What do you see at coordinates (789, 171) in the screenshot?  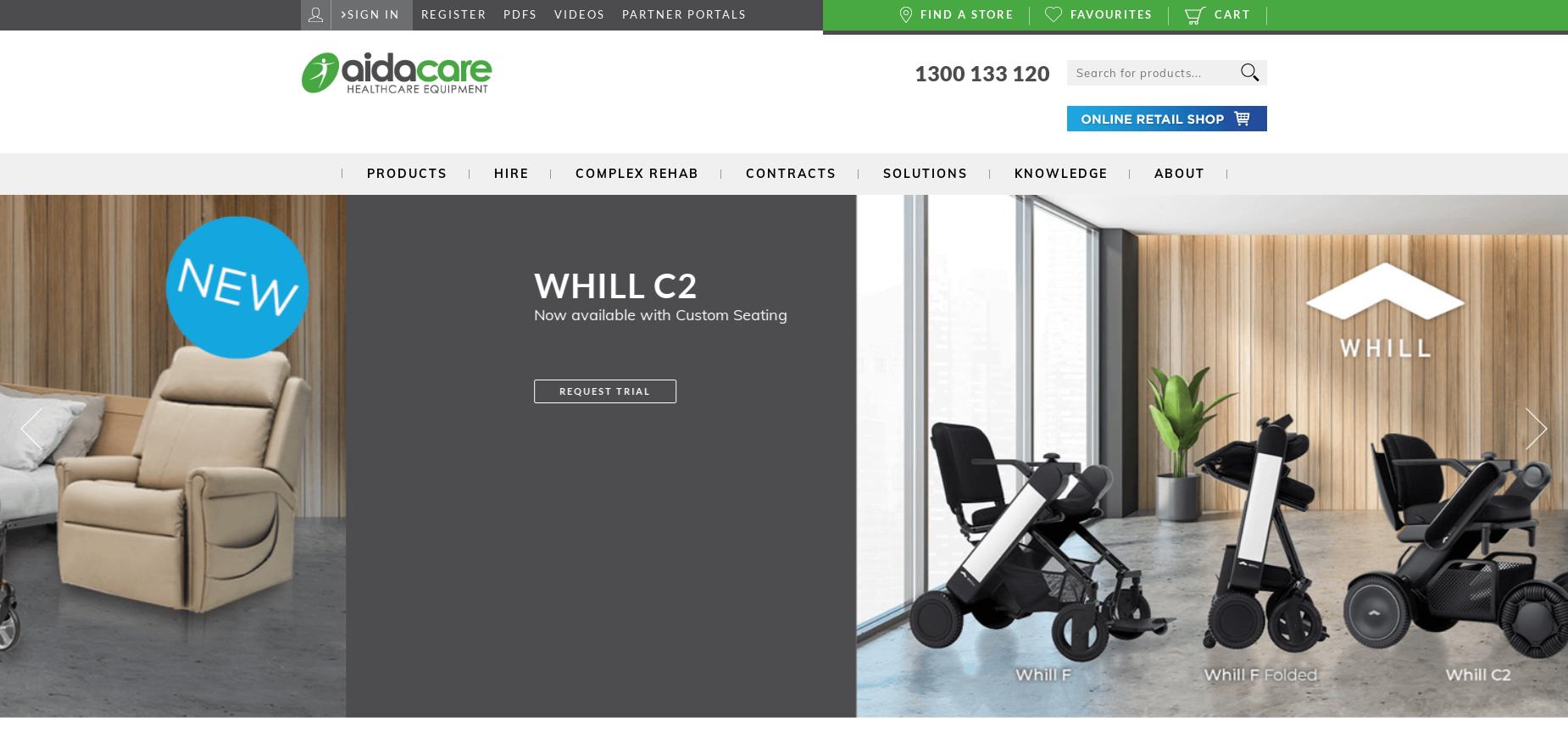 I see `'Contracts'` at bounding box center [789, 171].